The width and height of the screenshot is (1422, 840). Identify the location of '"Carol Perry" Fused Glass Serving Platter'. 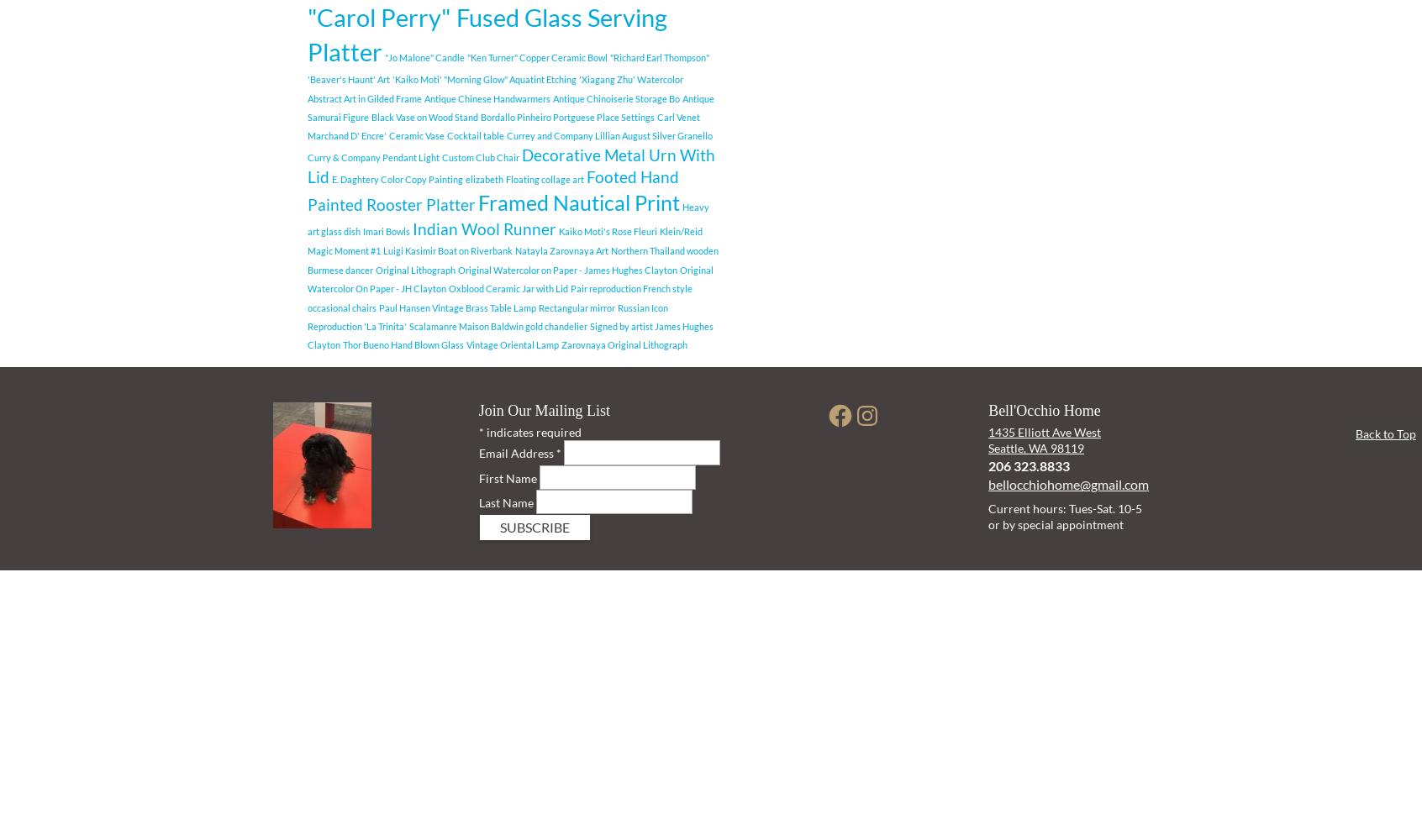
(487, 34).